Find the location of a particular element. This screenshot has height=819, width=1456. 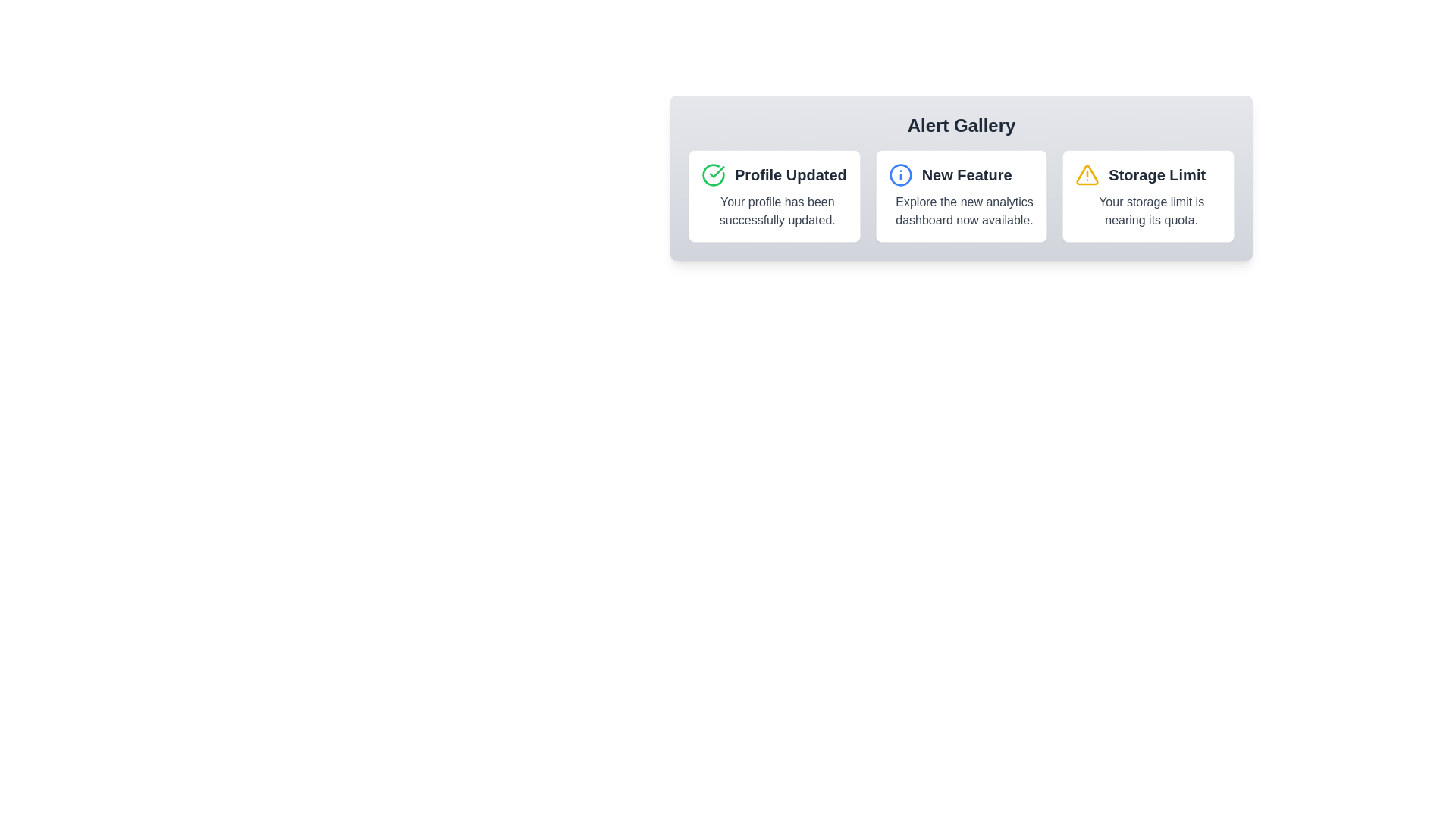

the title label of the storage alert card, which is located in the rightmost alert card of a horizontal gallery of alert notifications is located at coordinates (1148, 174).